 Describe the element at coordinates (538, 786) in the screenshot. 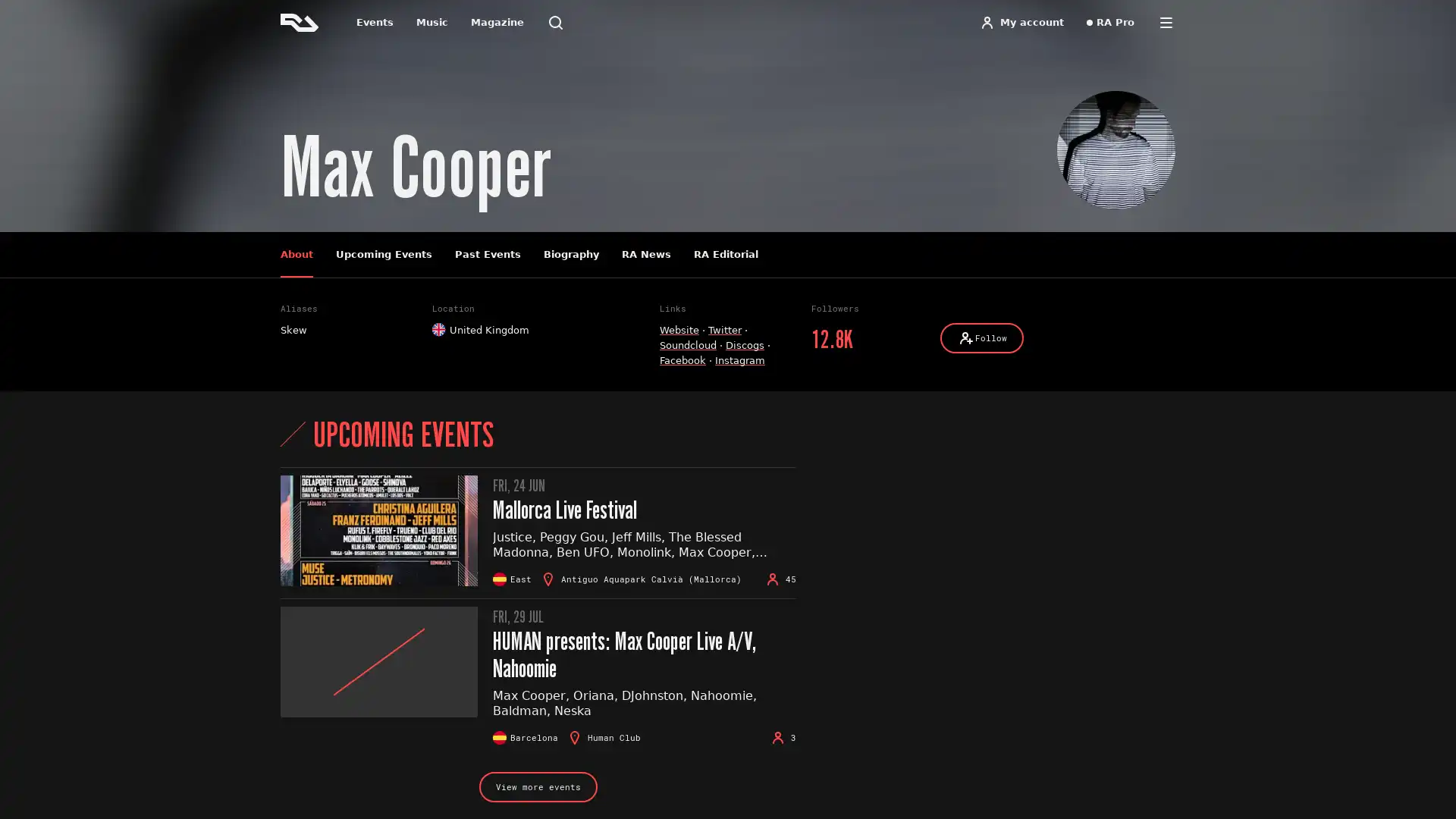

I see `View more events` at that location.